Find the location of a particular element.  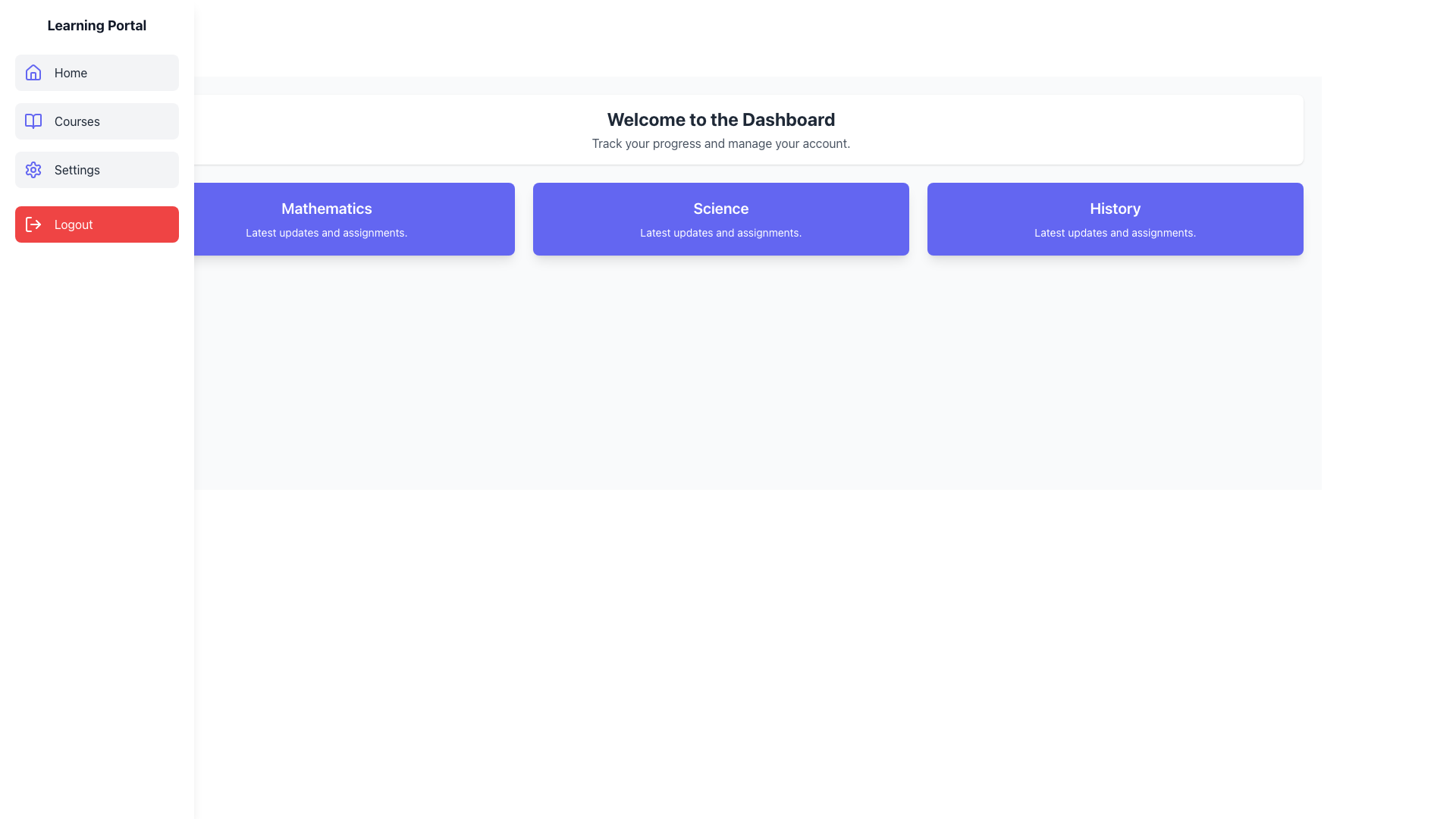

the 'Courses' text label located on the left sidebar, positioned between the 'Home' and 'Settings' menu items is located at coordinates (76, 120).